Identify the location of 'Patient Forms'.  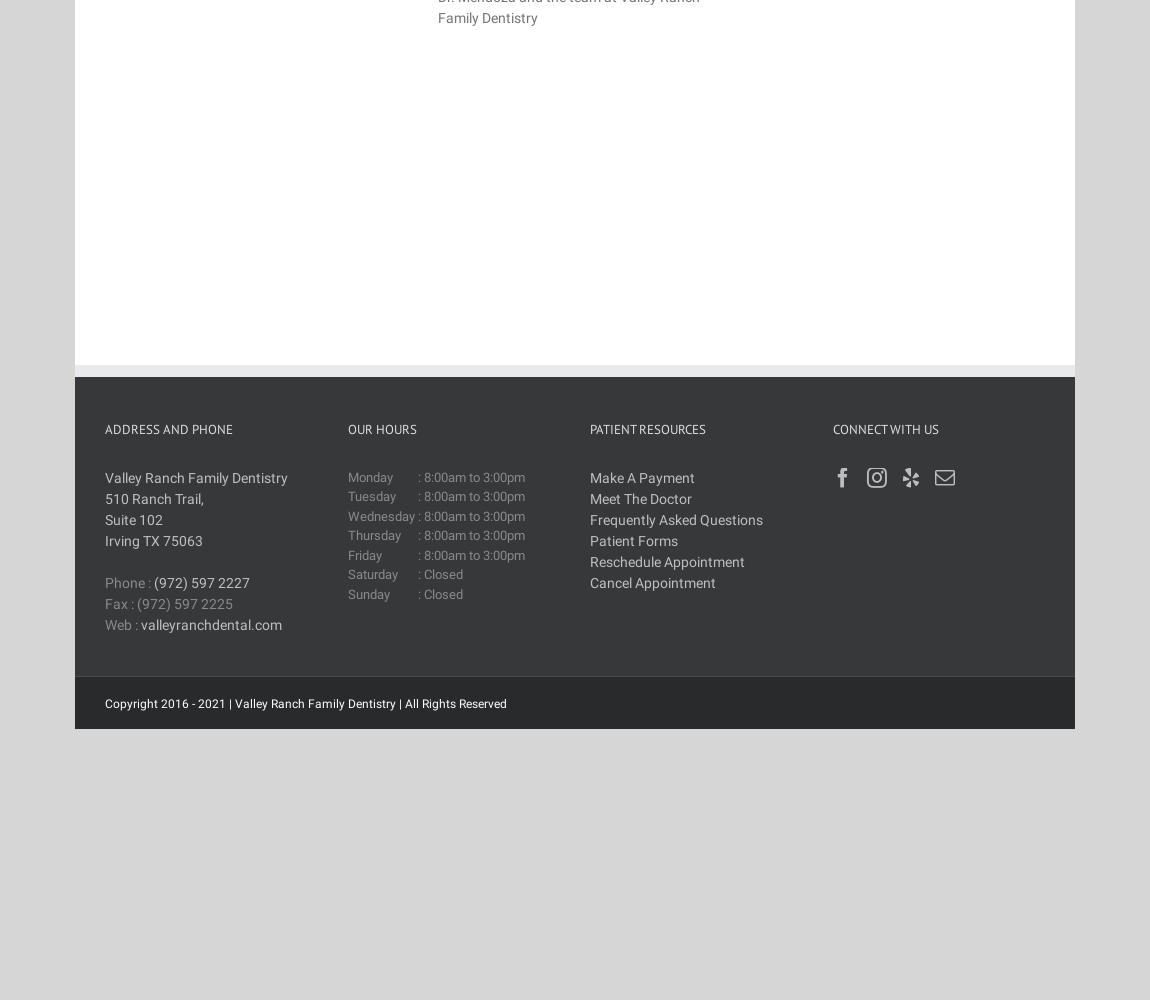
(588, 540).